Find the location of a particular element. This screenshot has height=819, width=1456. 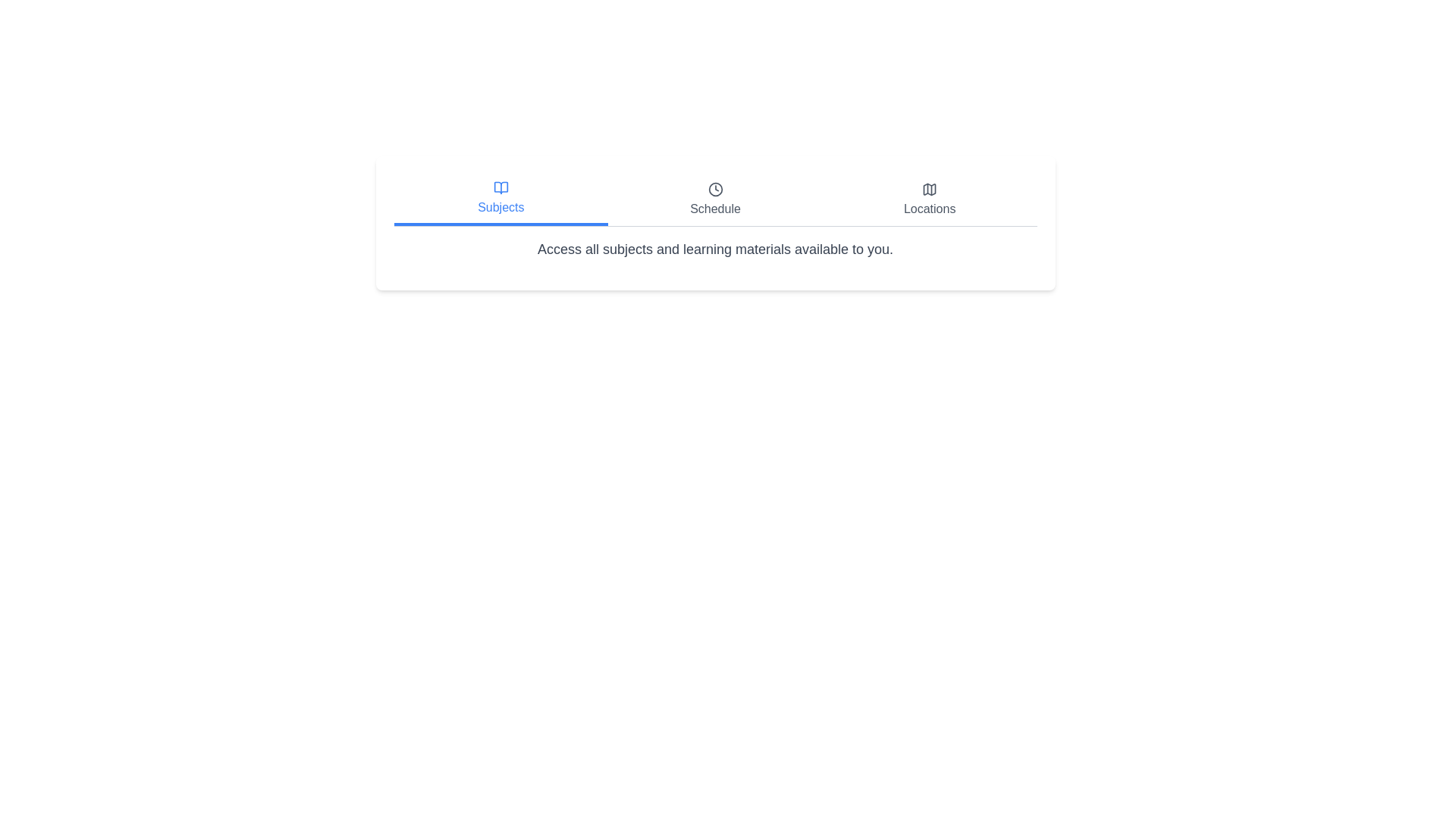

the Schedule tab is located at coordinates (714, 199).